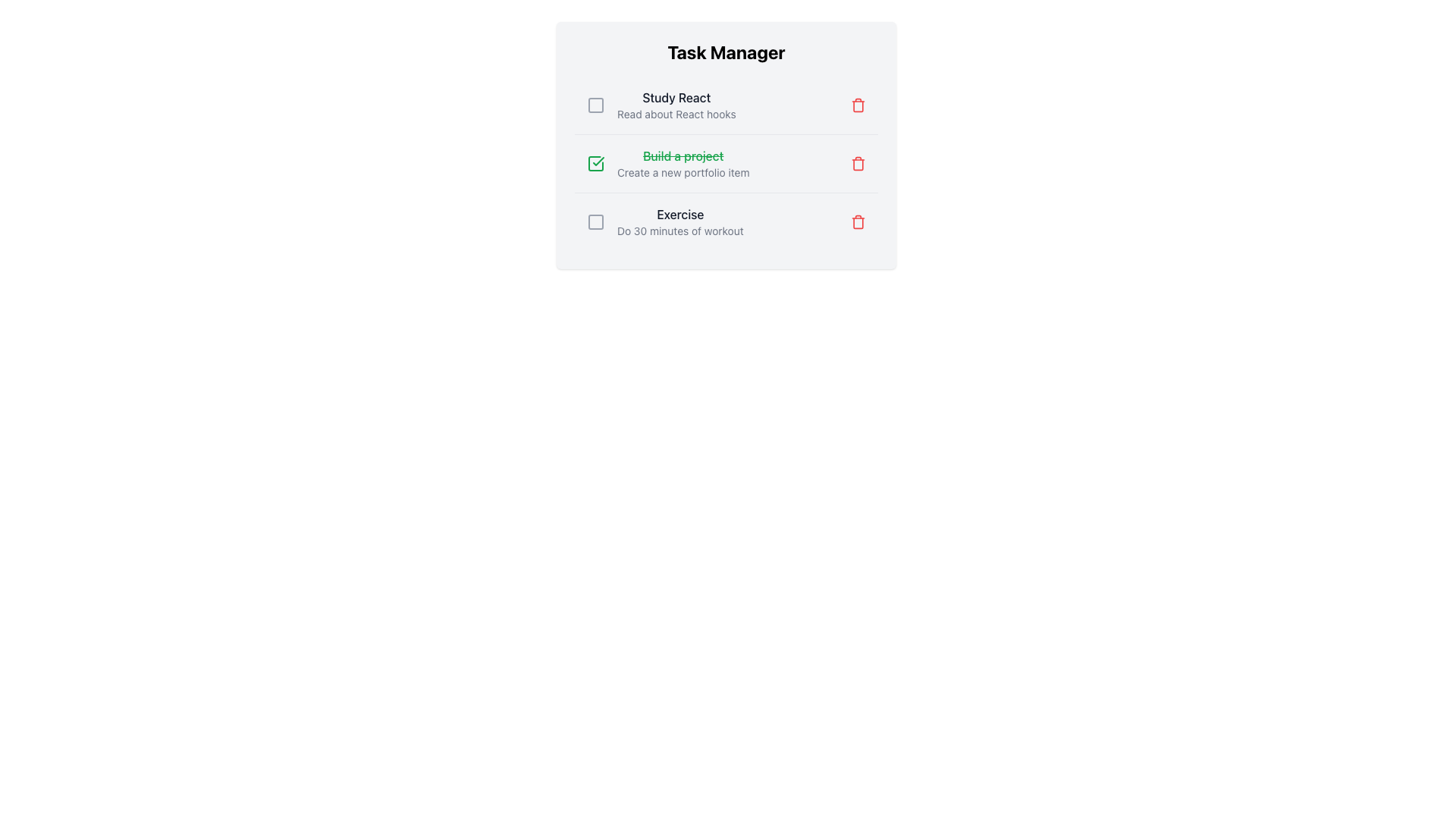 The image size is (1456, 819). Describe the element at coordinates (858, 164) in the screenshot. I see `the delete button for the task labeled 'Build a project'` at that location.